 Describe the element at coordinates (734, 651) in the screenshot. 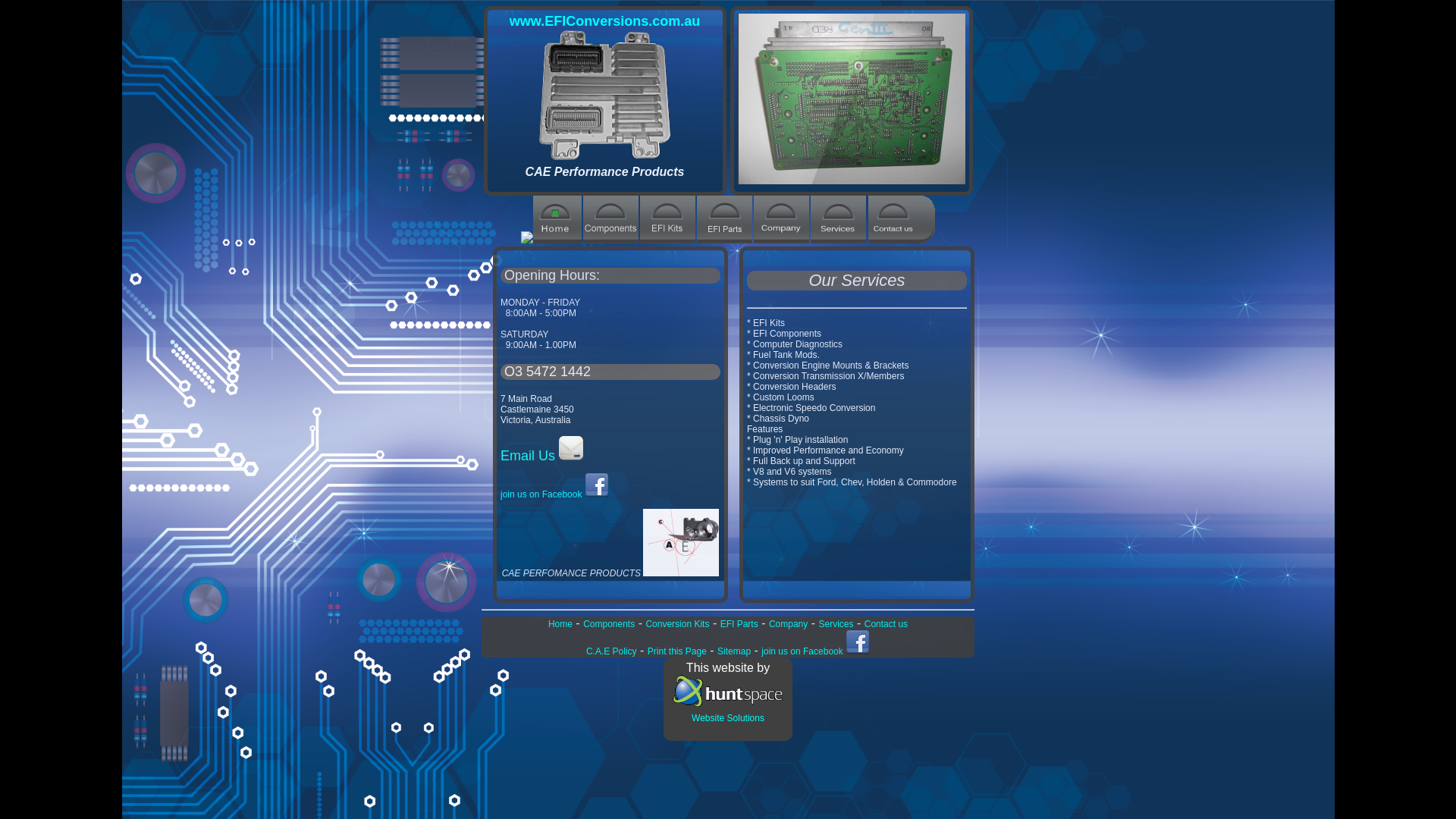

I see `'Sitemap'` at that location.